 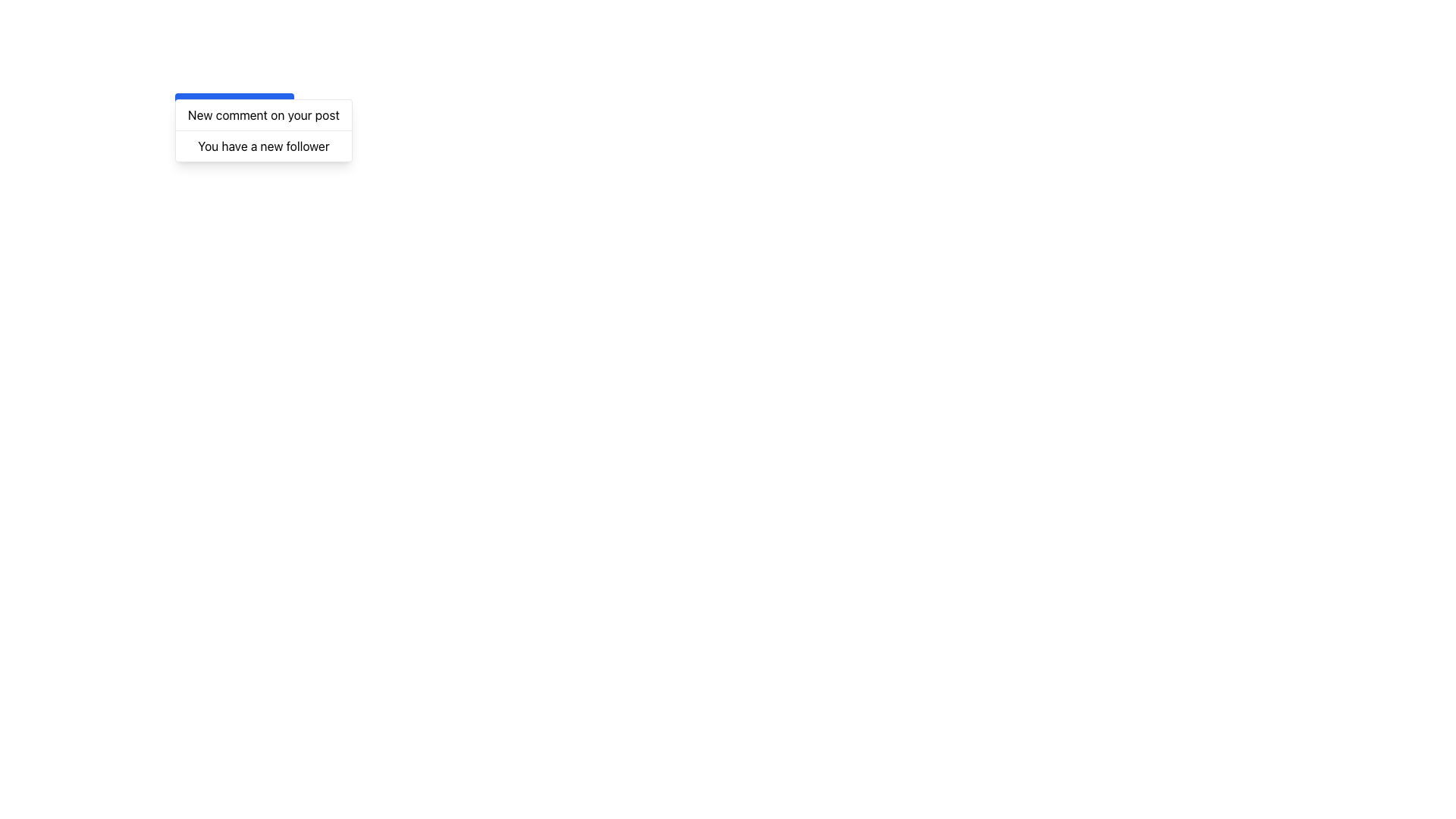 What do you see at coordinates (263, 146) in the screenshot?
I see `the Text Display element that contains the notification 'You have a new follower', which is located beneath the 'New comment on your post' notification` at bounding box center [263, 146].